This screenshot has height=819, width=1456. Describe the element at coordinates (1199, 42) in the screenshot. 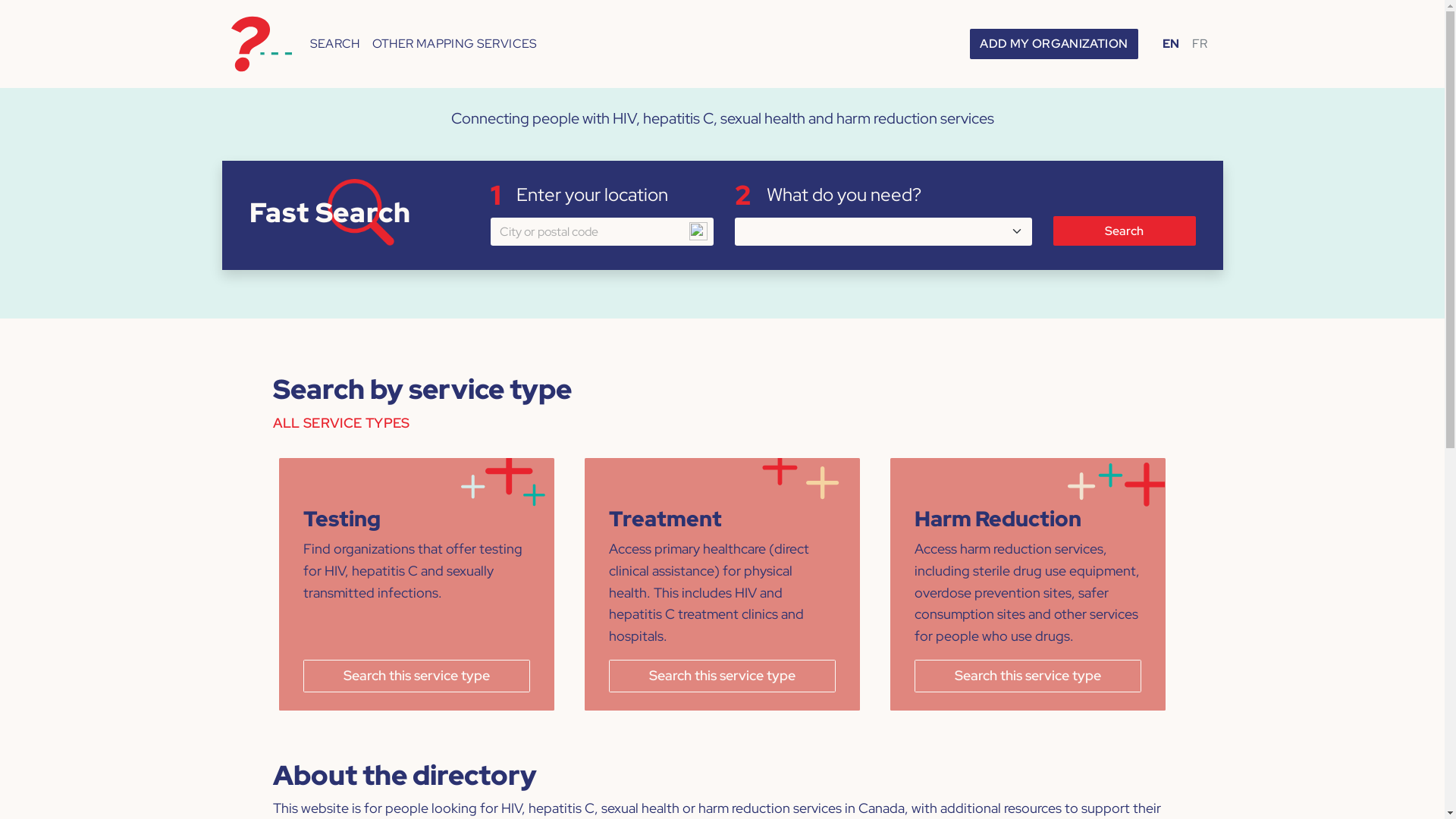

I see `'FR'` at that location.